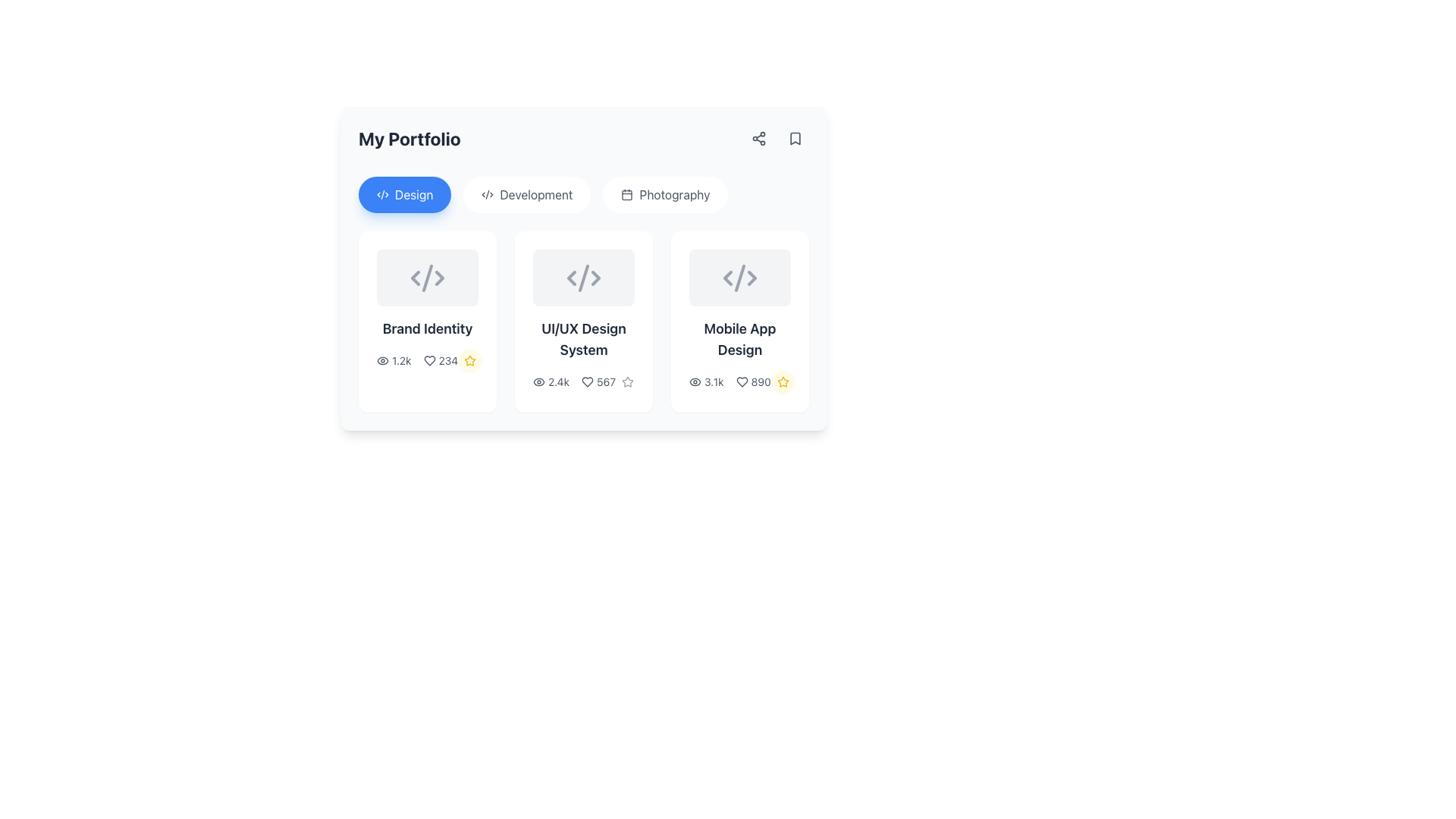 The height and width of the screenshot is (819, 1456). Describe the element at coordinates (538, 381) in the screenshot. I see `the eye icon located in the top right corner of the interactive panel, which is used for toggling visibility features` at that location.